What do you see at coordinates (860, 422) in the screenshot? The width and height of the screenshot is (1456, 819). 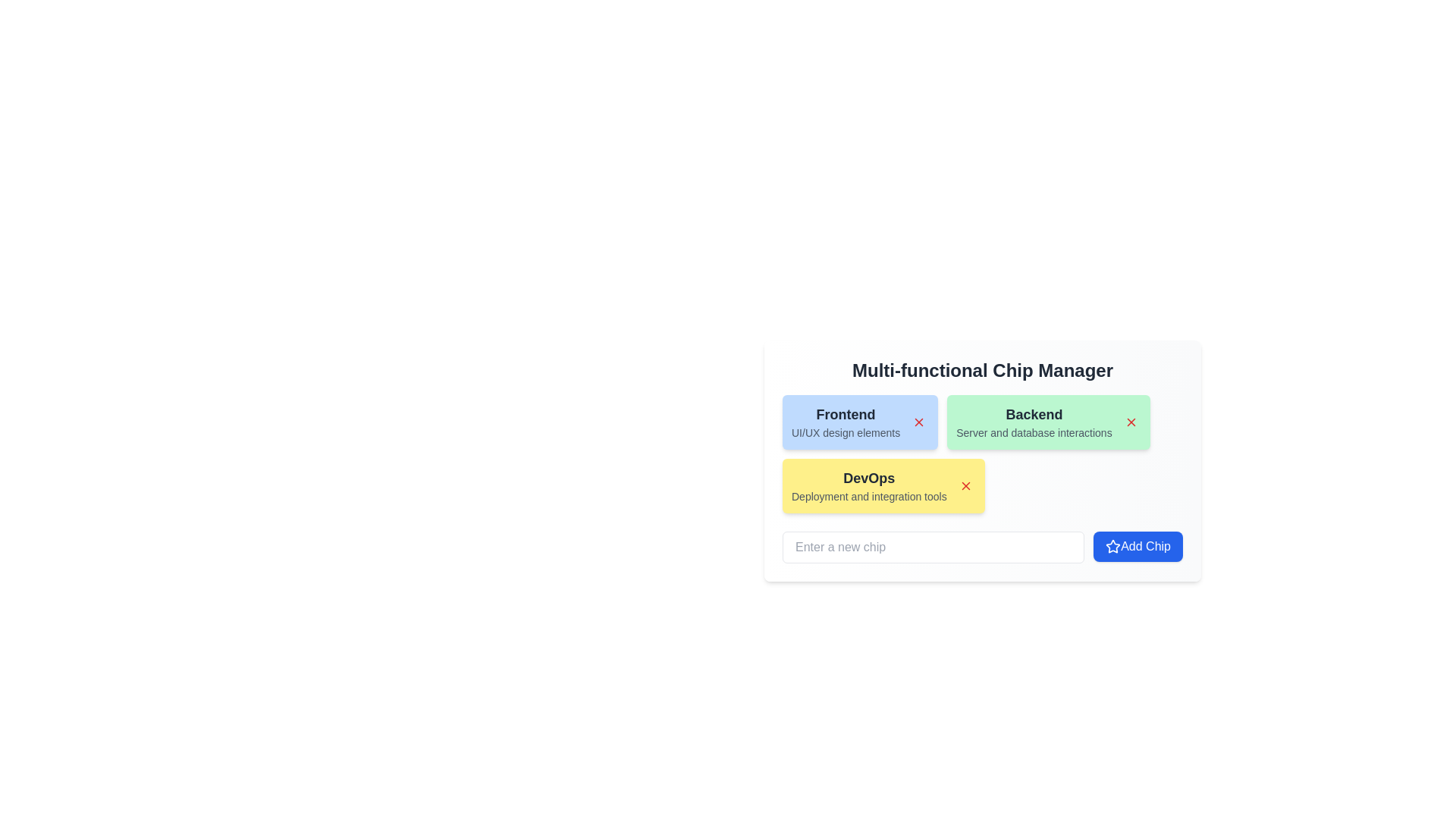 I see `the first chip in the top-left section of the chip group, which includes a delete button for removing the chip` at bounding box center [860, 422].